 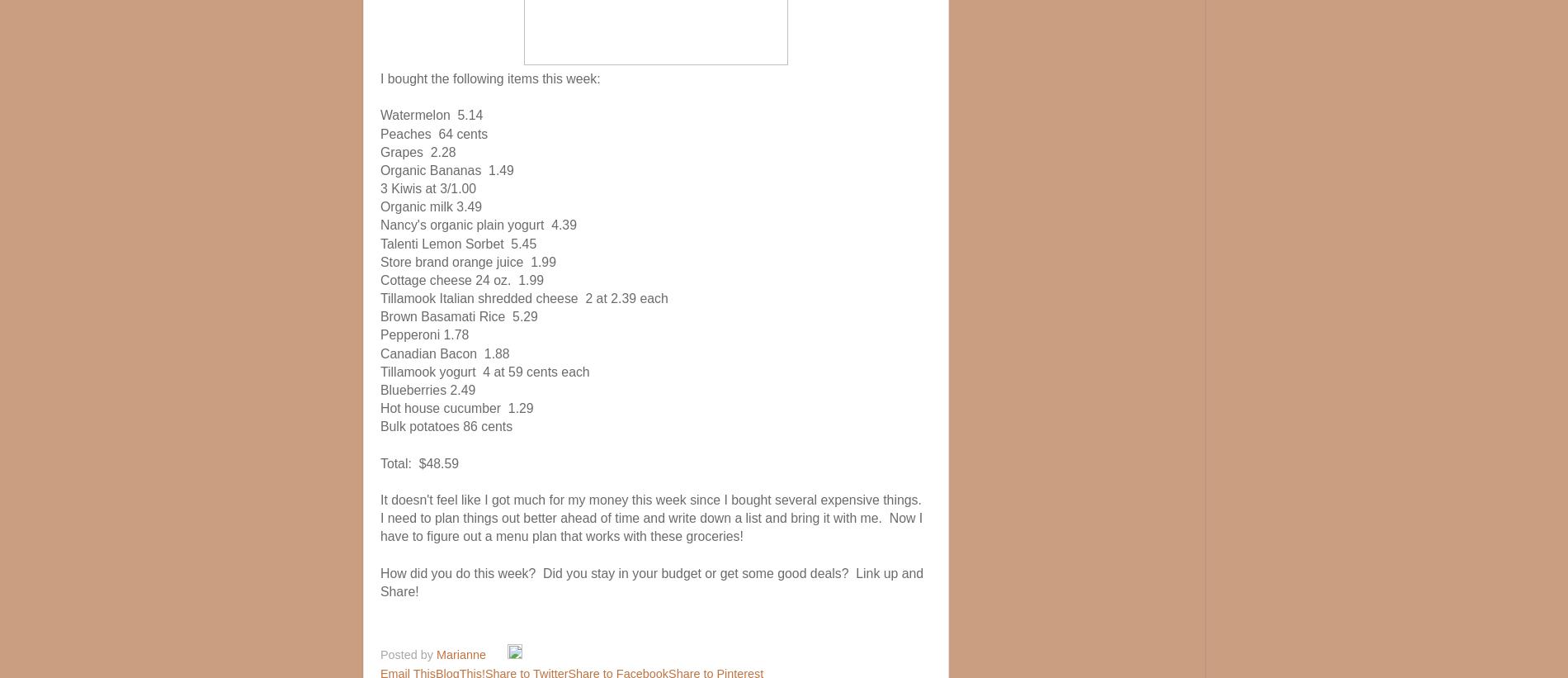 I want to click on 'Brown Basamati Rice  5.29', so click(x=458, y=315).